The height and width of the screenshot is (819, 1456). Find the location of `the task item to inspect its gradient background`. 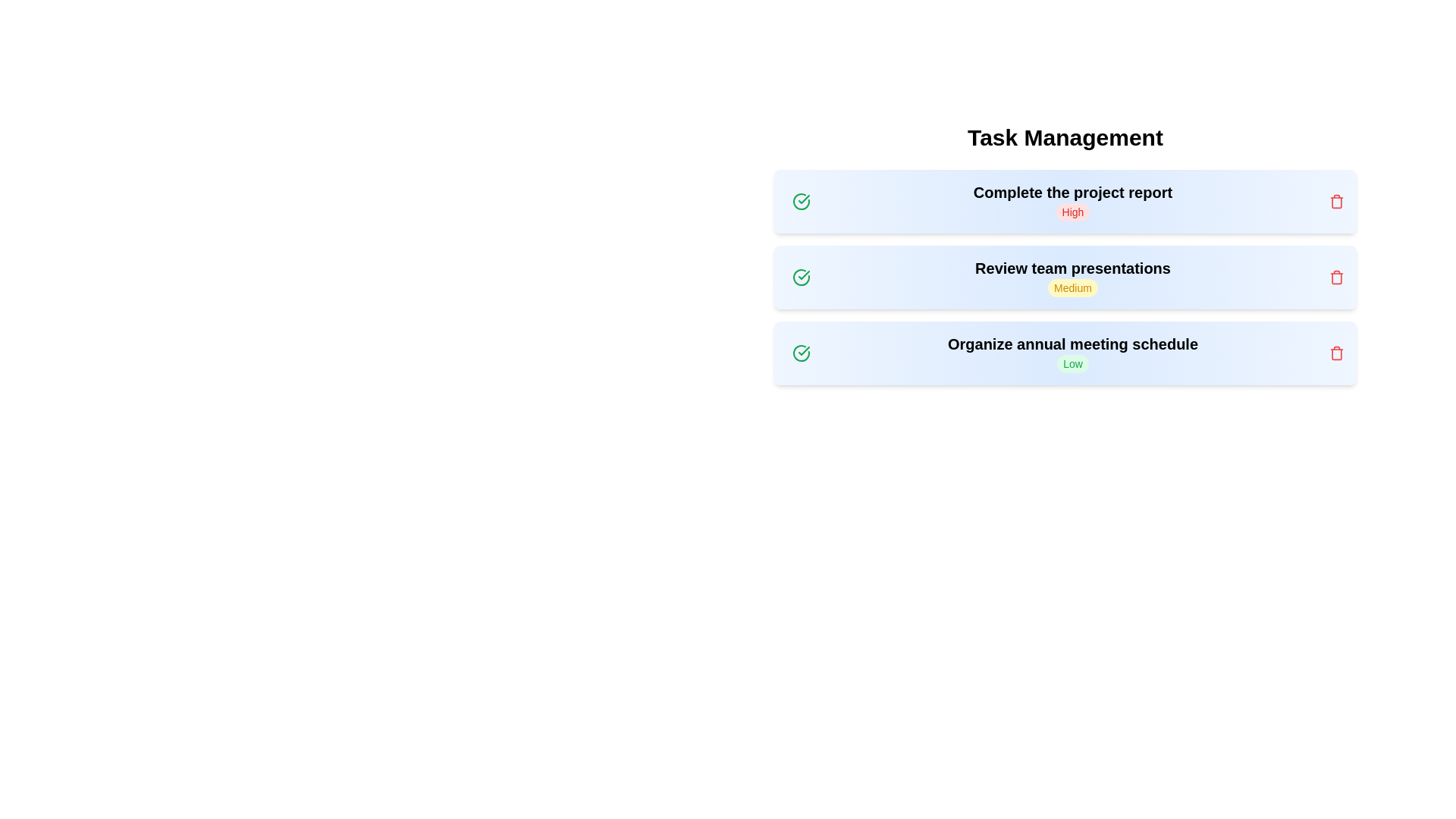

the task item to inspect its gradient background is located at coordinates (1065, 201).